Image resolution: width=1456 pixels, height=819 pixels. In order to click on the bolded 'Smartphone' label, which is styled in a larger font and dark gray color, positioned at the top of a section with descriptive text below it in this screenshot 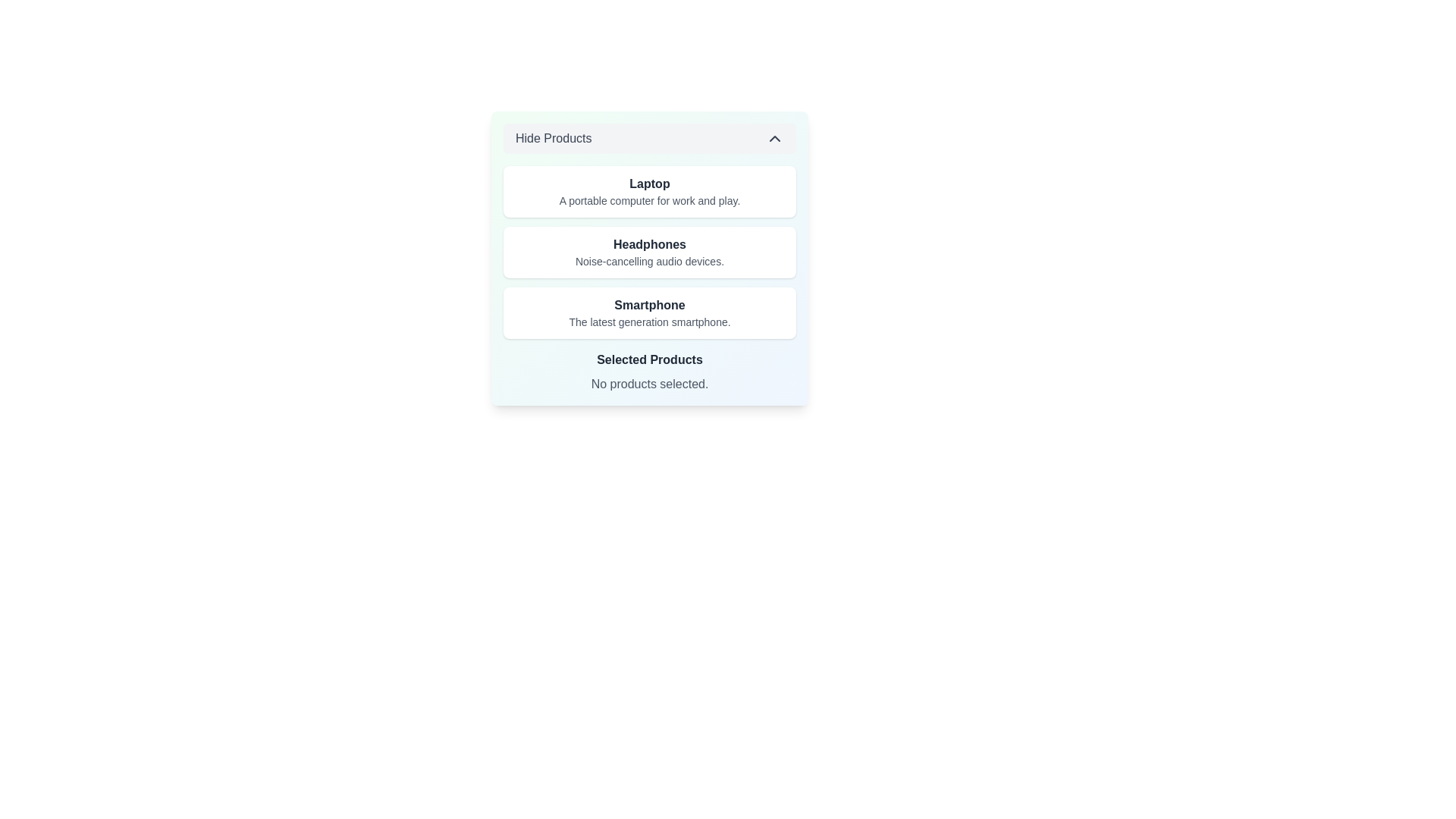, I will do `click(650, 305)`.